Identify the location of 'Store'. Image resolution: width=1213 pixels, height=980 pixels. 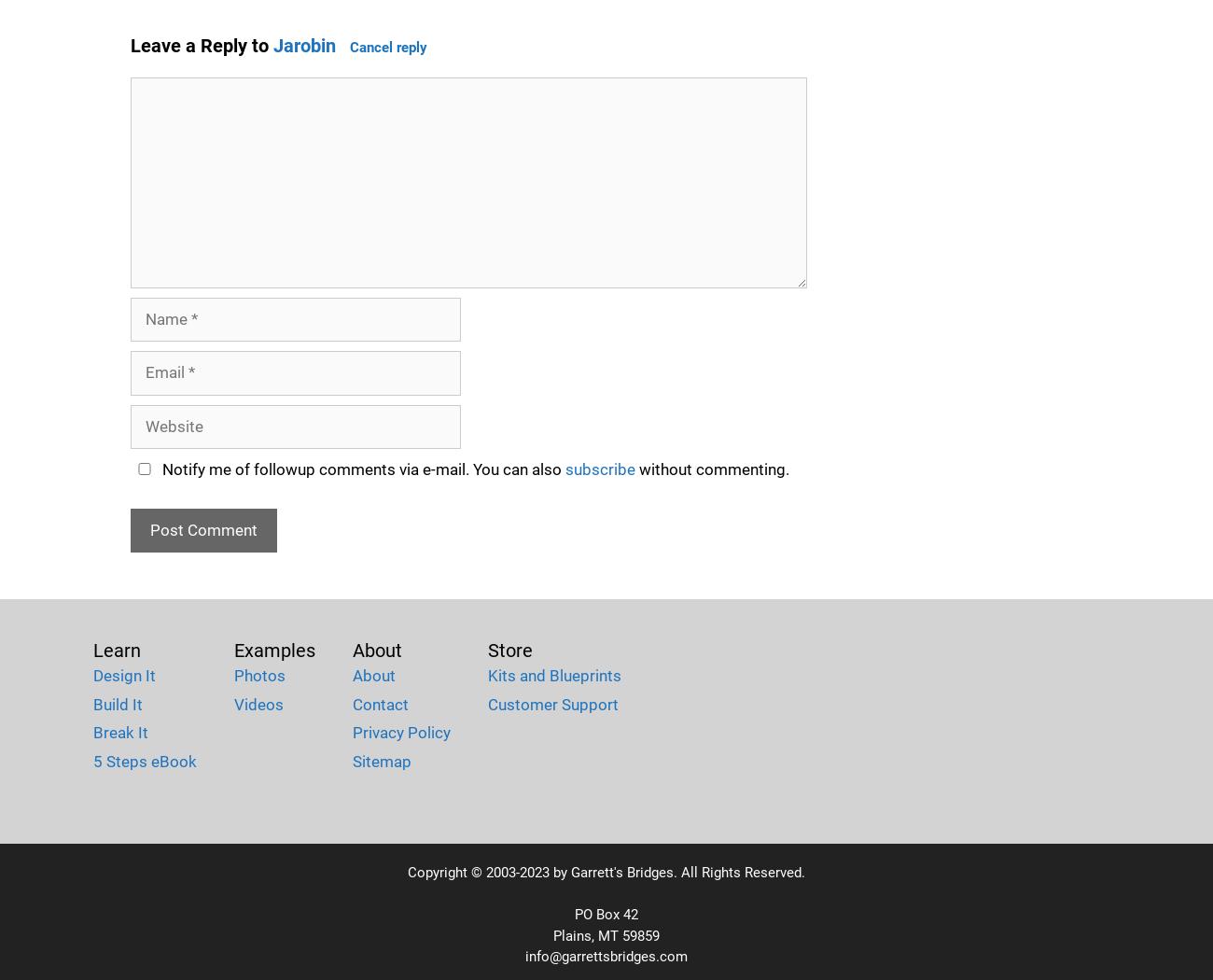
(509, 650).